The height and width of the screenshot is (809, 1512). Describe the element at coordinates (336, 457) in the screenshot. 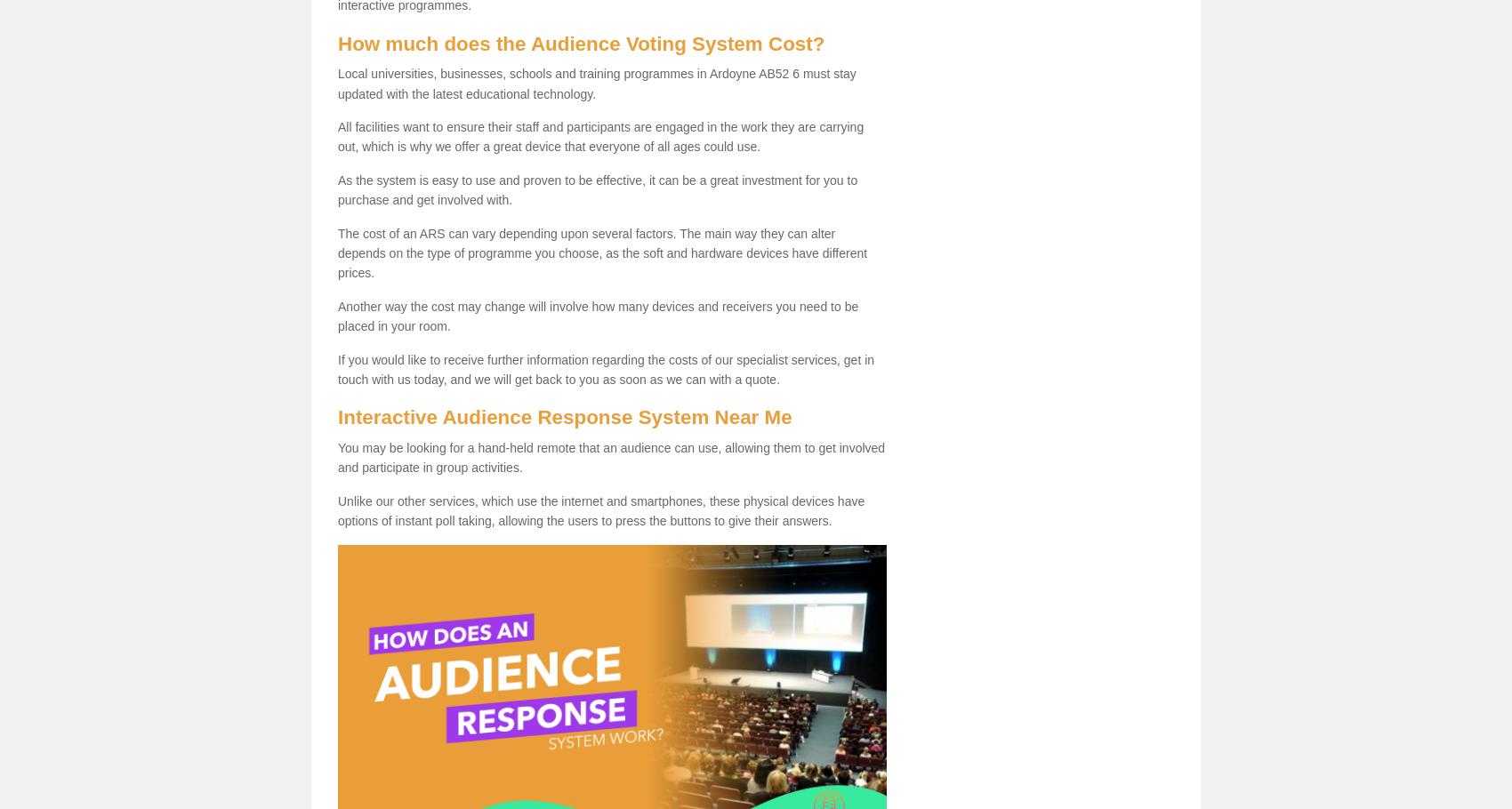

I see `'You may be looking for a hand-held remote that an audience can use, allowing them to get involved and participate in group activities.'` at that location.